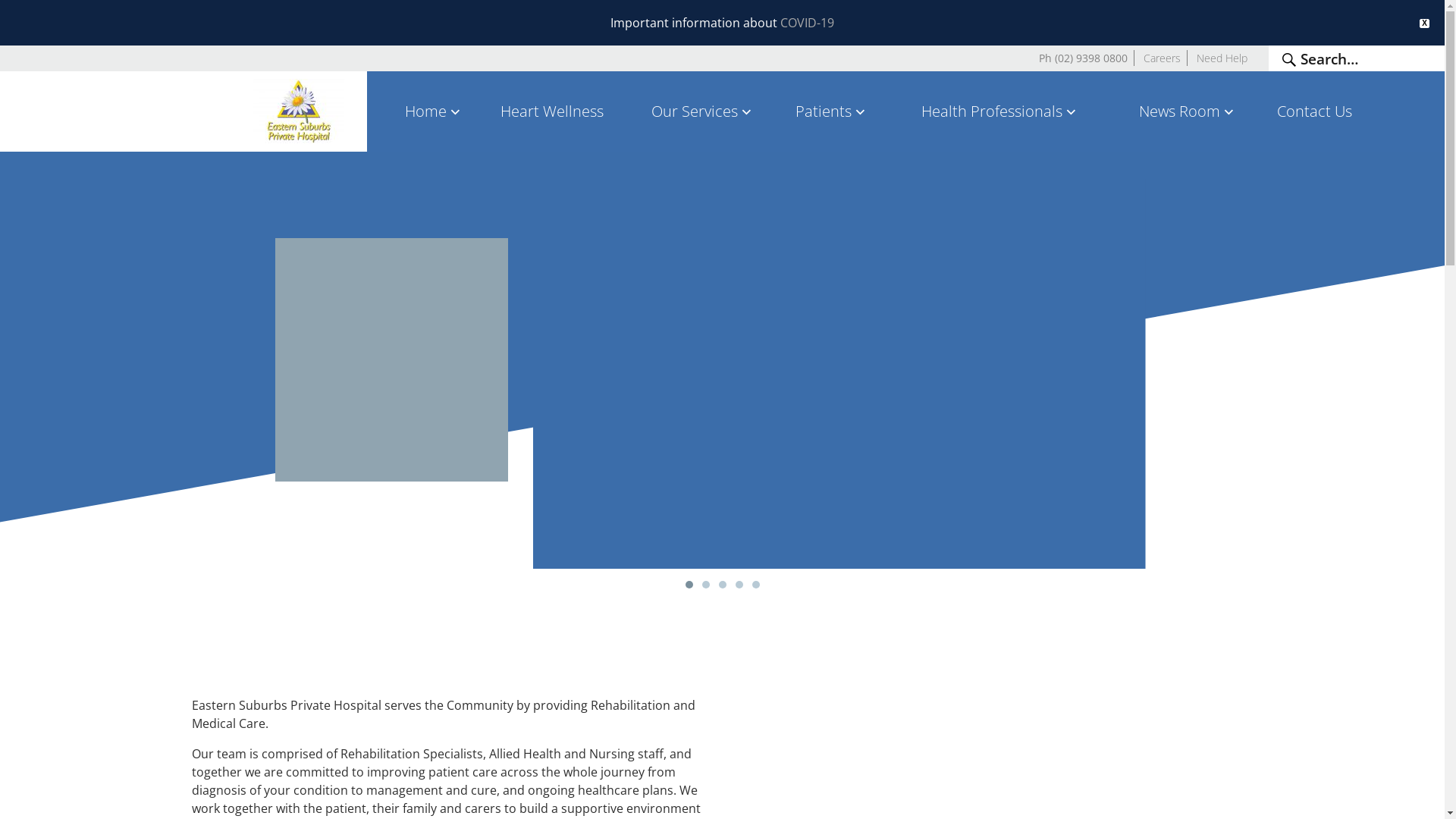  What do you see at coordinates (1196, 57) in the screenshot?
I see `'Need Help'` at bounding box center [1196, 57].